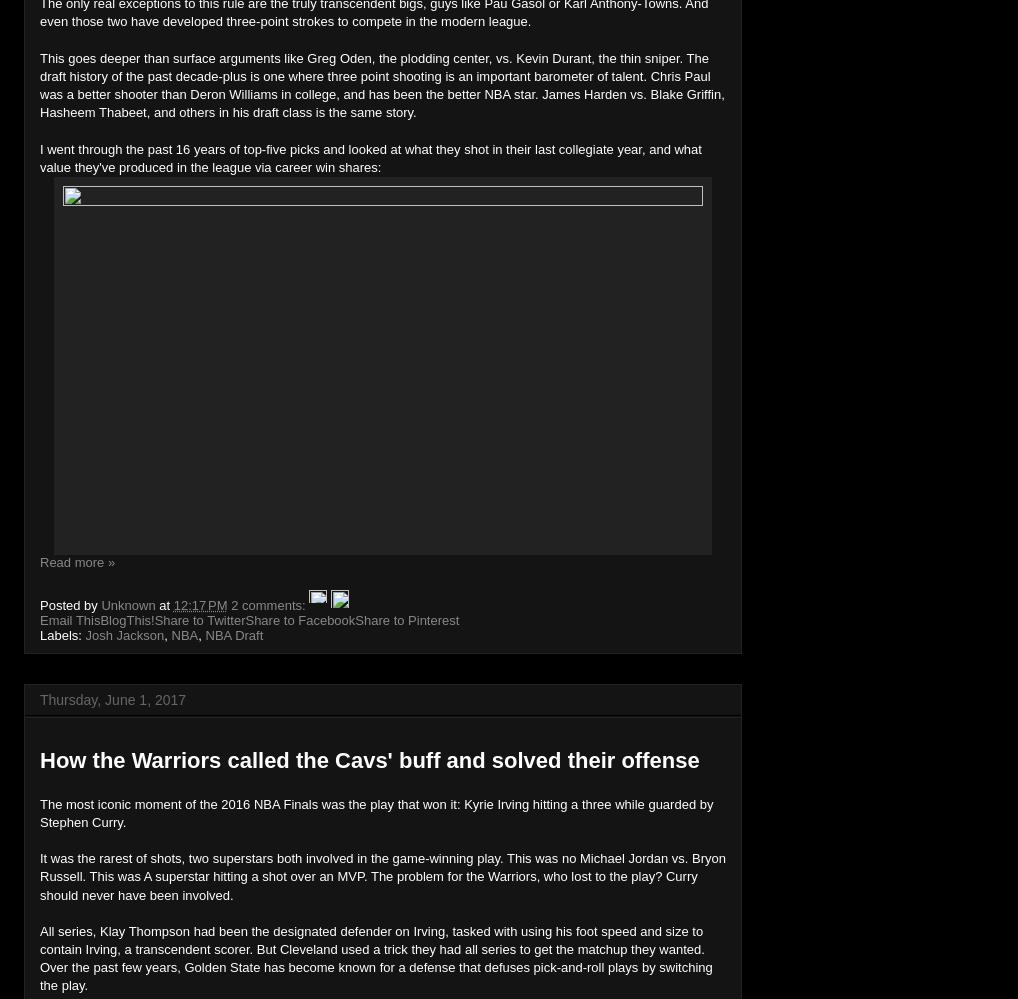 This screenshot has height=999, width=1018. What do you see at coordinates (200, 604) in the screenshot?
I see `'12:17 PM'` at bounding box center [200, 604].